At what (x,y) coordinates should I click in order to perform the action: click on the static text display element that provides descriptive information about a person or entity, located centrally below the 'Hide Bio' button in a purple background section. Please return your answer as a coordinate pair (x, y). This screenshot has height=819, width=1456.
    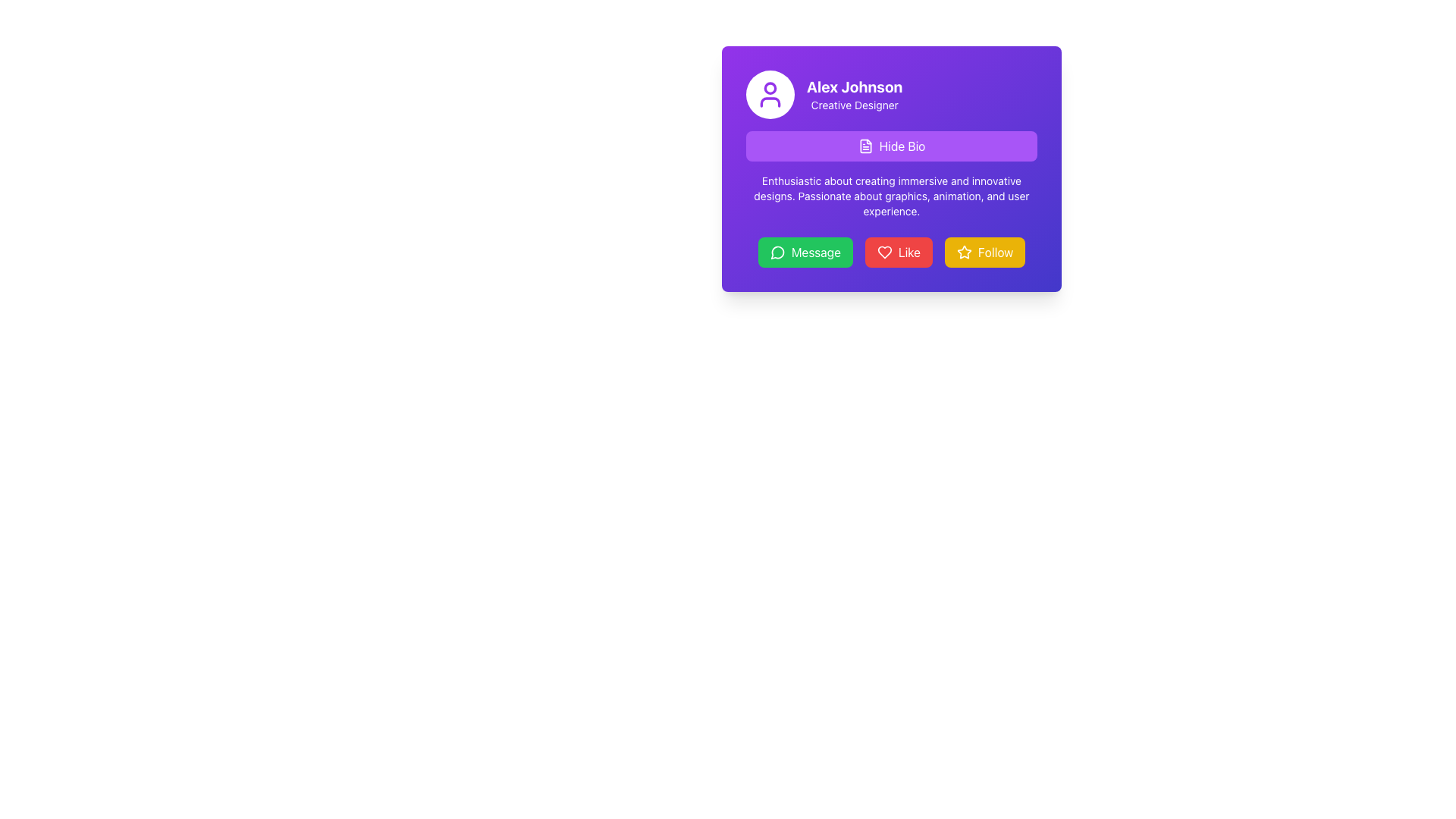
    Looking at the image, I should click on (892, 195).